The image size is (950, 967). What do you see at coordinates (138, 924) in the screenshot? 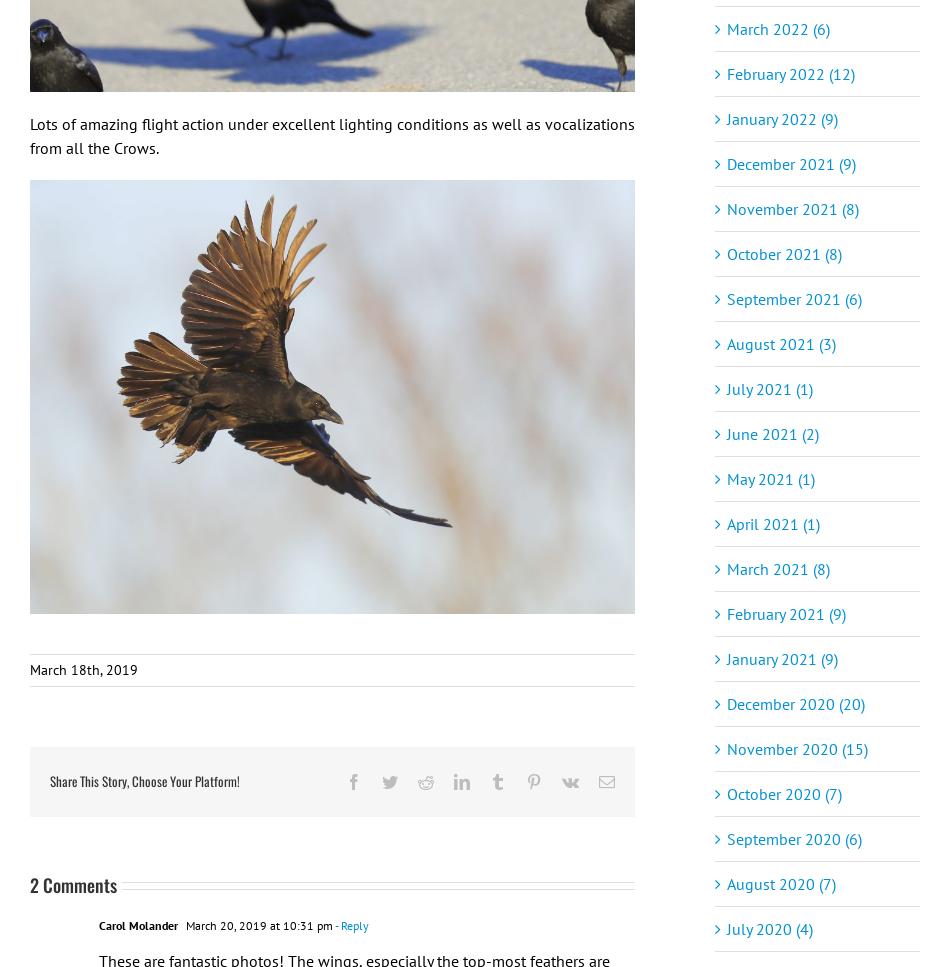
I see `'Carol Molander'` at bounding box center [138, 924].